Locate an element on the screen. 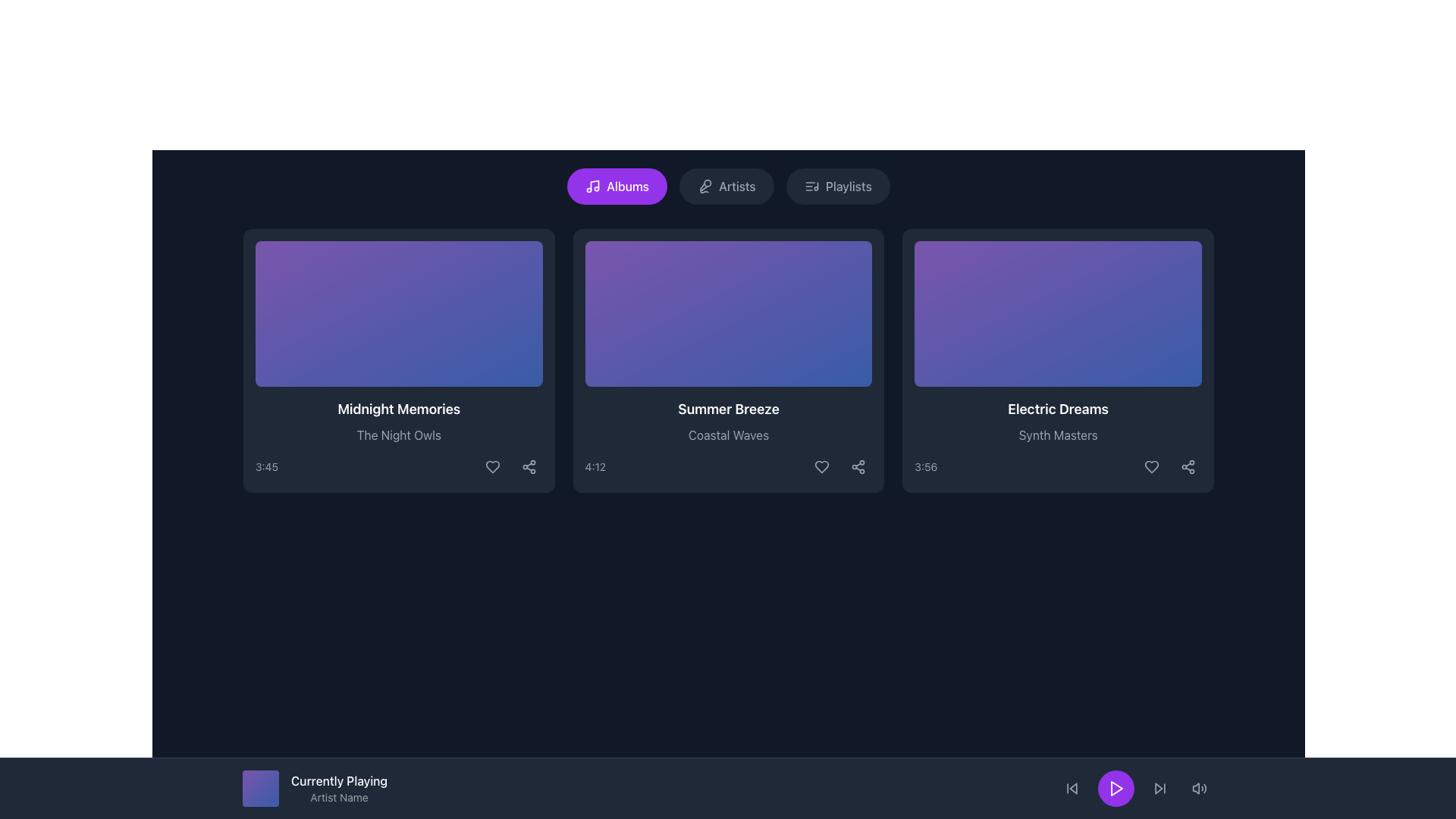 This screenshot has height=819, width=1456. the second button in the group of three buttons that navigates to artist-related information is located at coordinates (726, 186).